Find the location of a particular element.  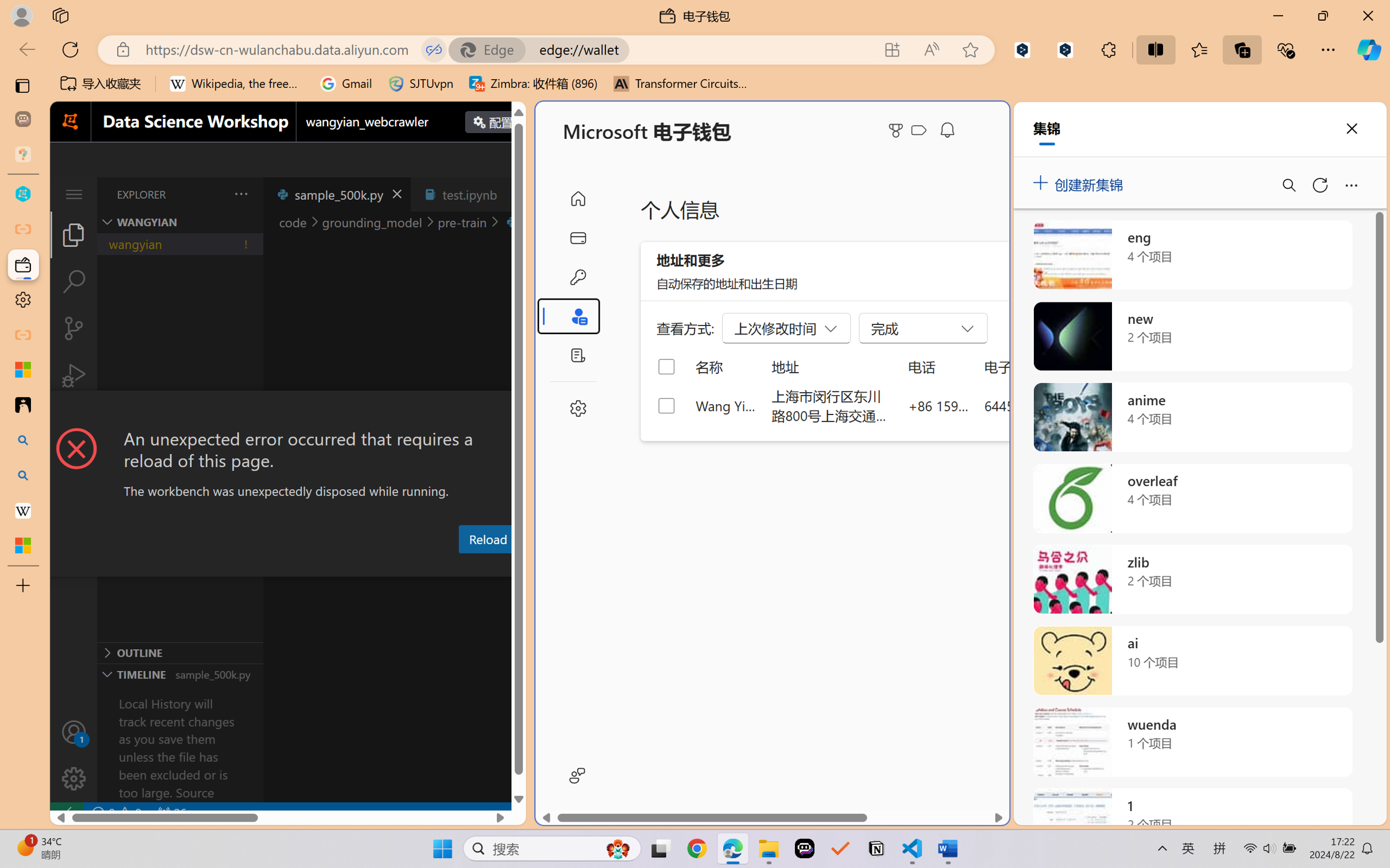

'test.ipynb' is located at coordinates (469, 193).